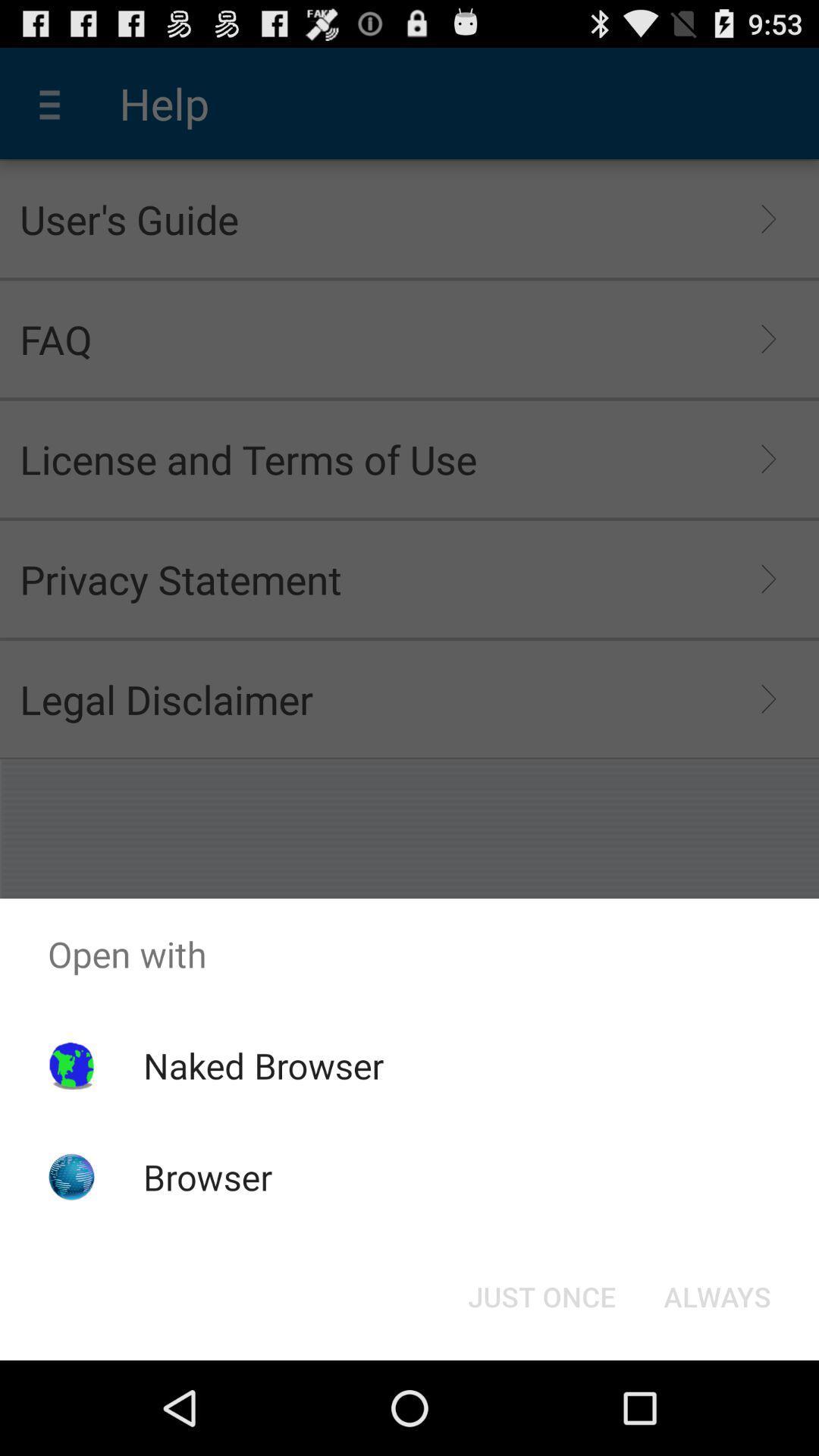 This screenshot has width=819, height=1456. What do you see at coordinates (541, 1295) in the screenshot?
I see `the just once item` at bounding box center [541, 1295].